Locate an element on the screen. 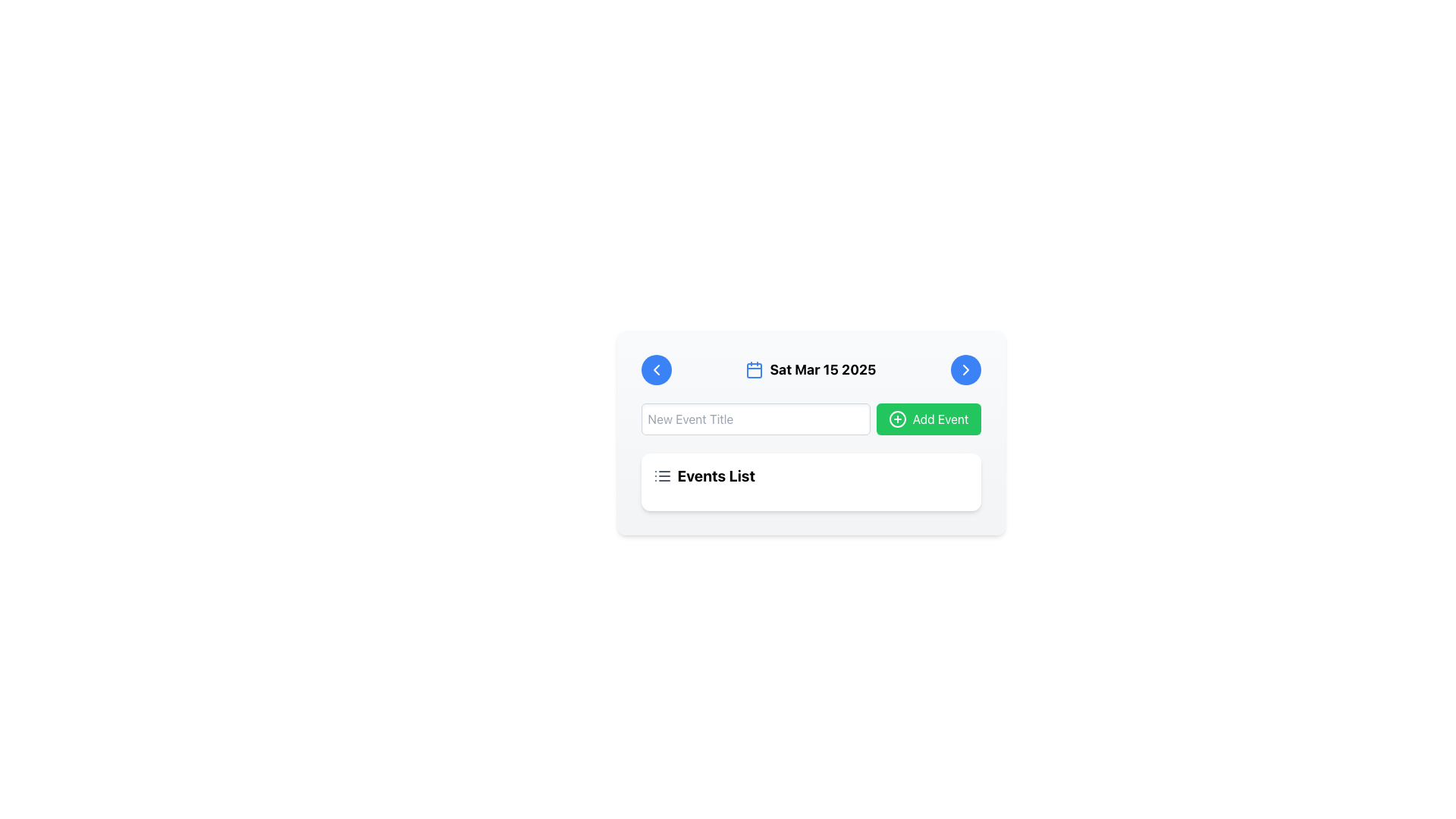  the Label with Icon that displays a blue calendar icon followed by the text 'Sat Mar 15 2025', located at the center of a card-style interface is located at coordinates (810, 370).